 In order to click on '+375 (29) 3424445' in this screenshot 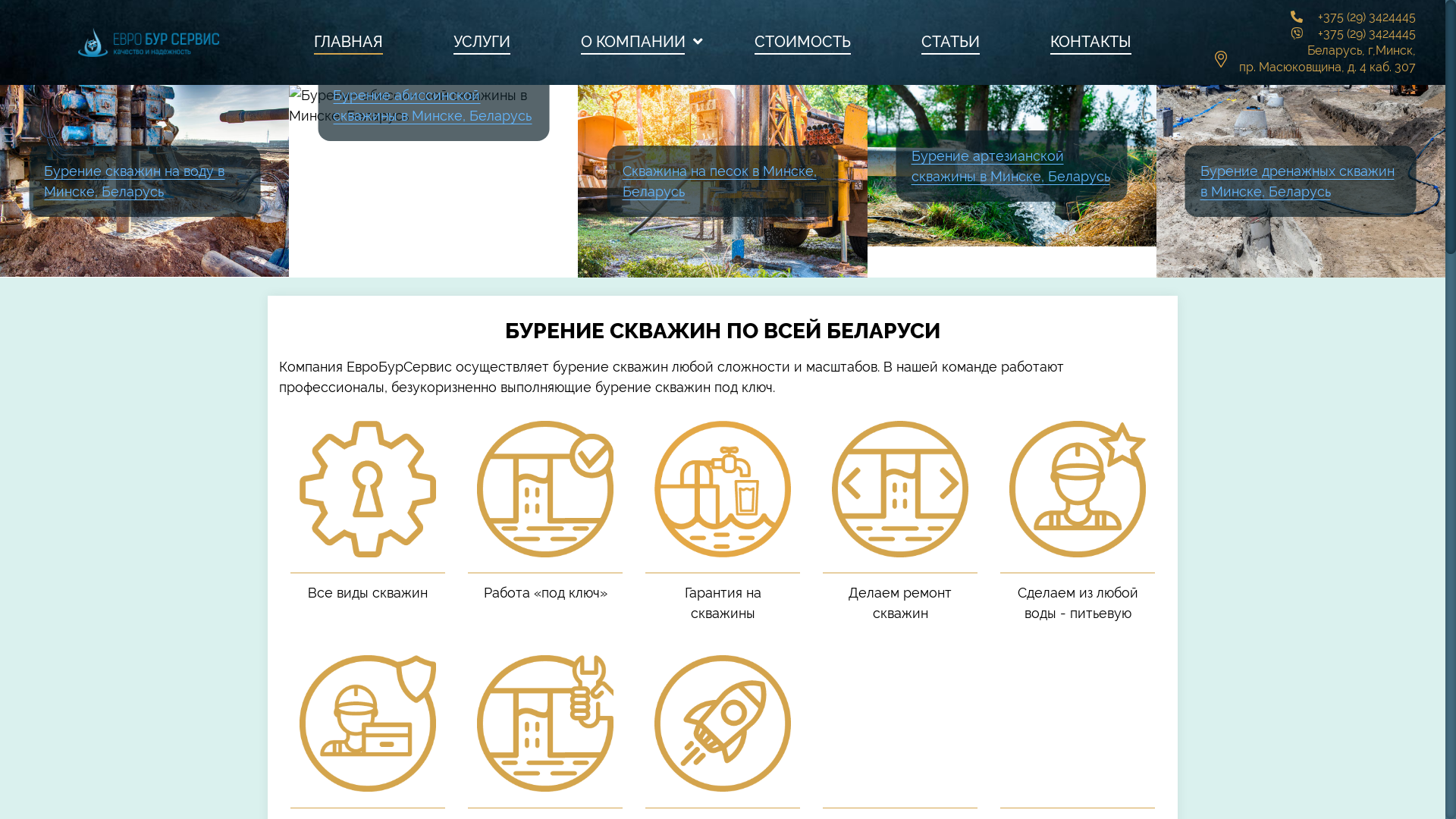, I will do `click(1367, 17)`.